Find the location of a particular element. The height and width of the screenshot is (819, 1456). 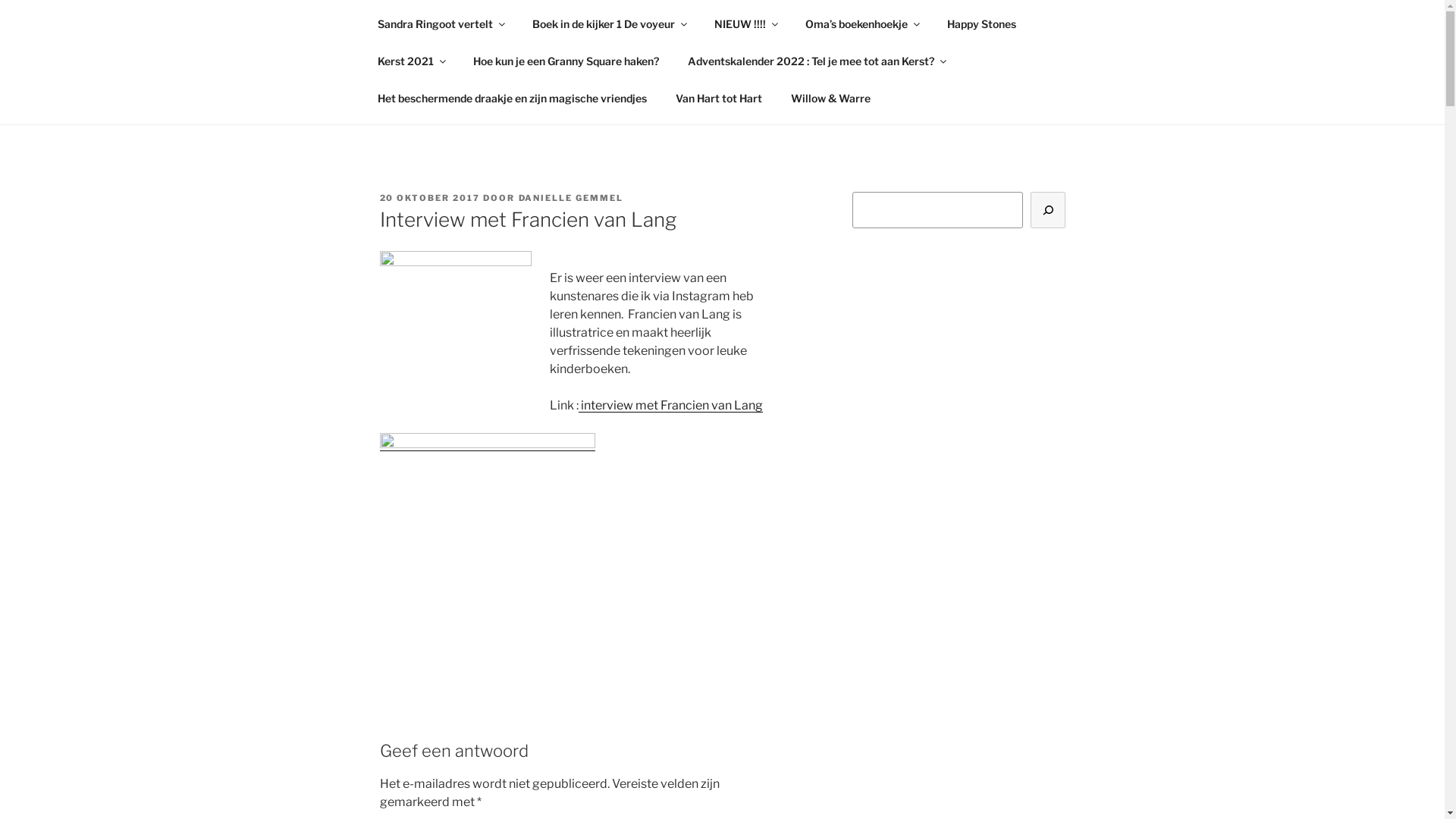

'Willow & Warre' is located at coordinates (830, 97).